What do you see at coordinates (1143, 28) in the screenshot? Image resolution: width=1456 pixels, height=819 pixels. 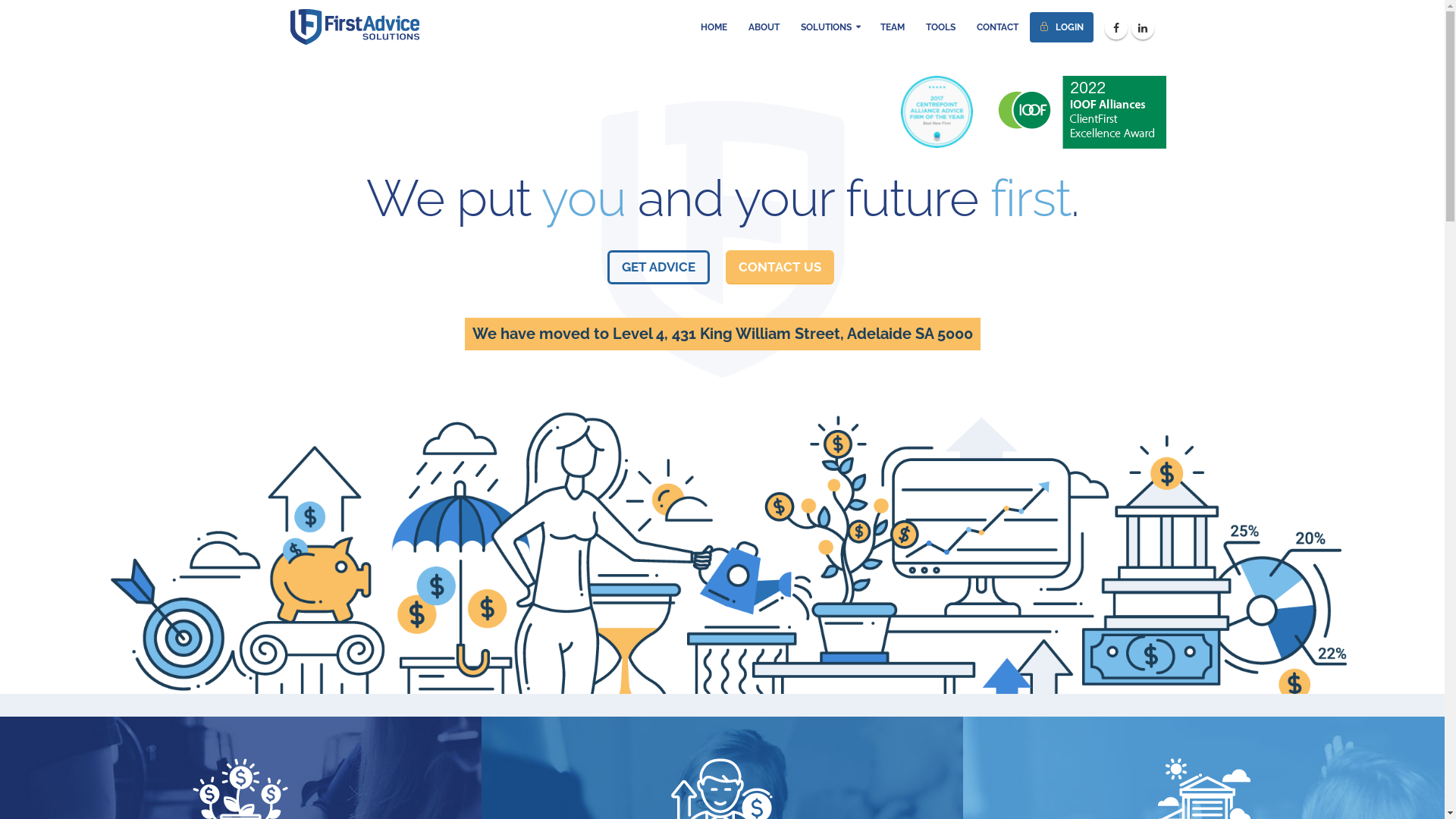 I see `'Linkedin'` at bounding box center [1143, 28].